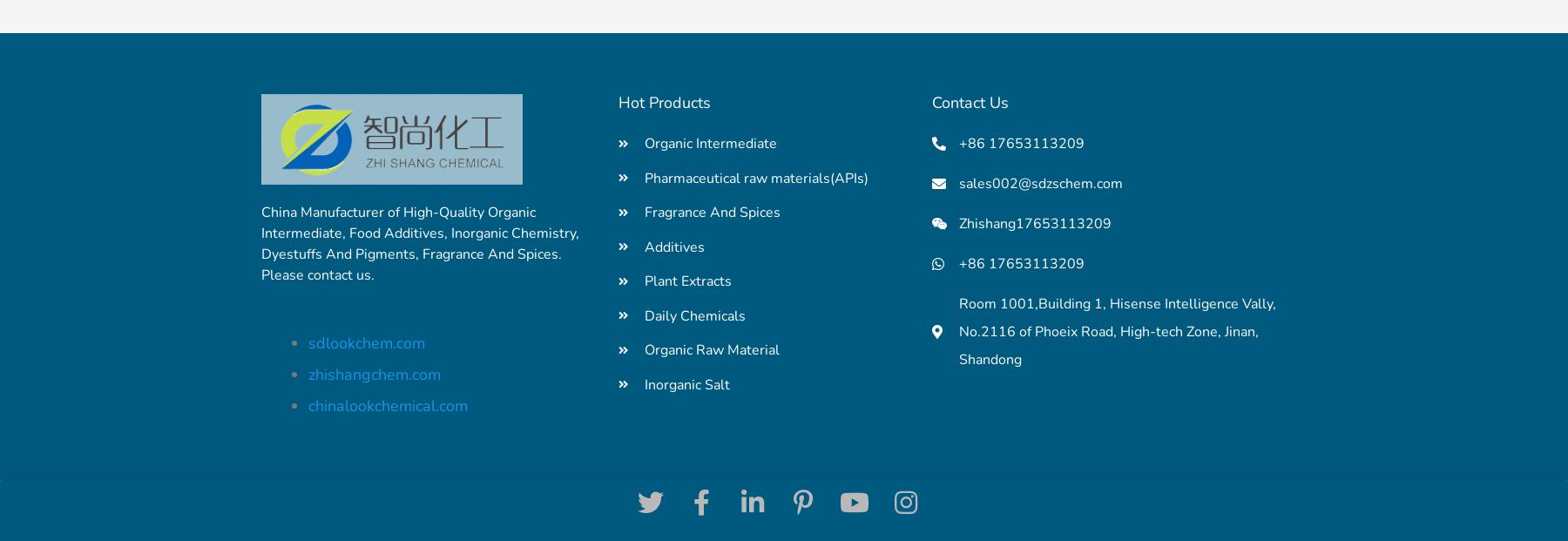 This screenshot has width=1568, height=541. What do you see at coordinates (969, 101) in the screenshot?
I see `'Contact Us'` at bounding box center [969, 101].